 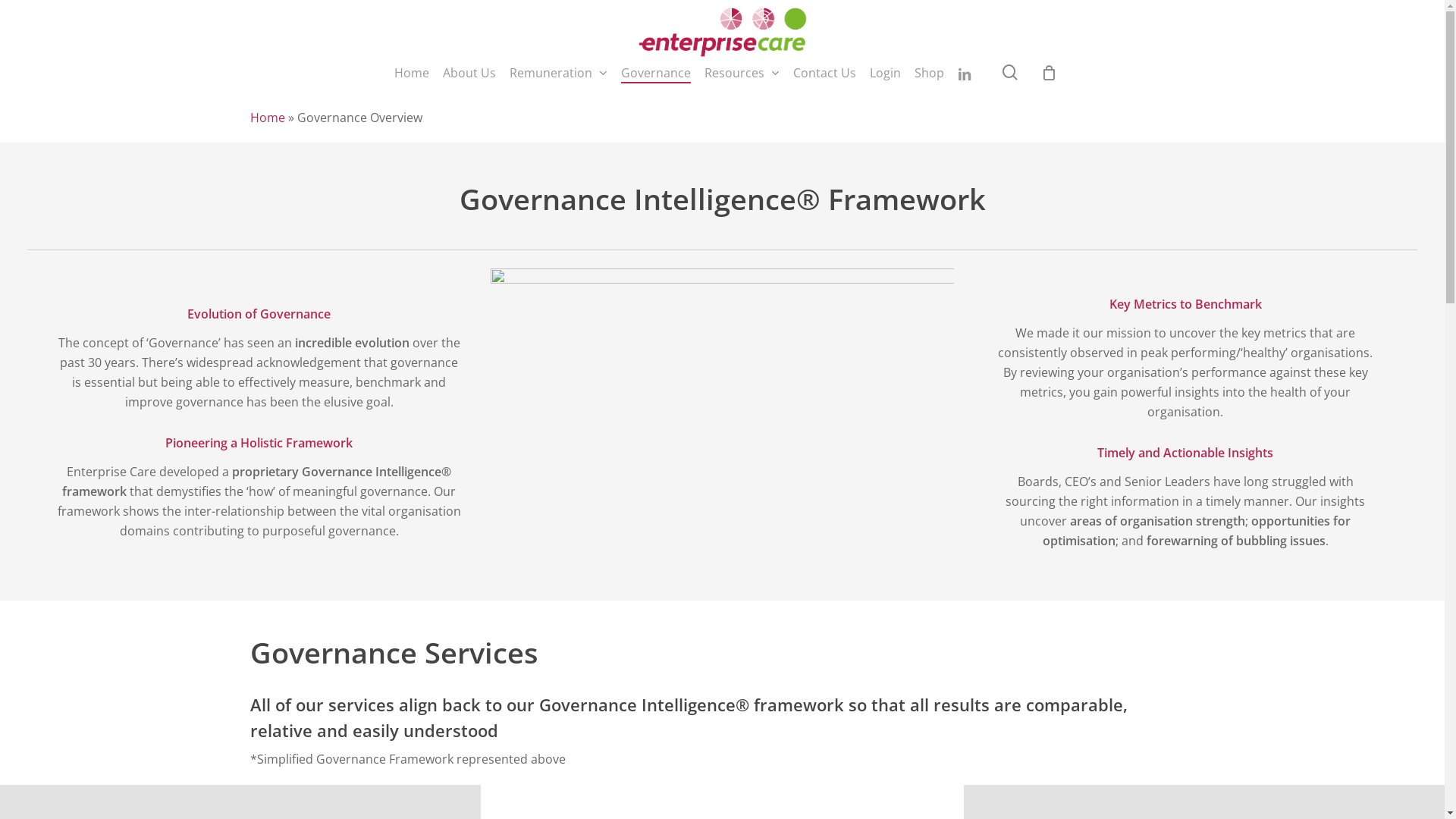 What do you see at coordinates (268, 116) in the screenshot?
I see `'Home'` at bounding box center [268, 116].